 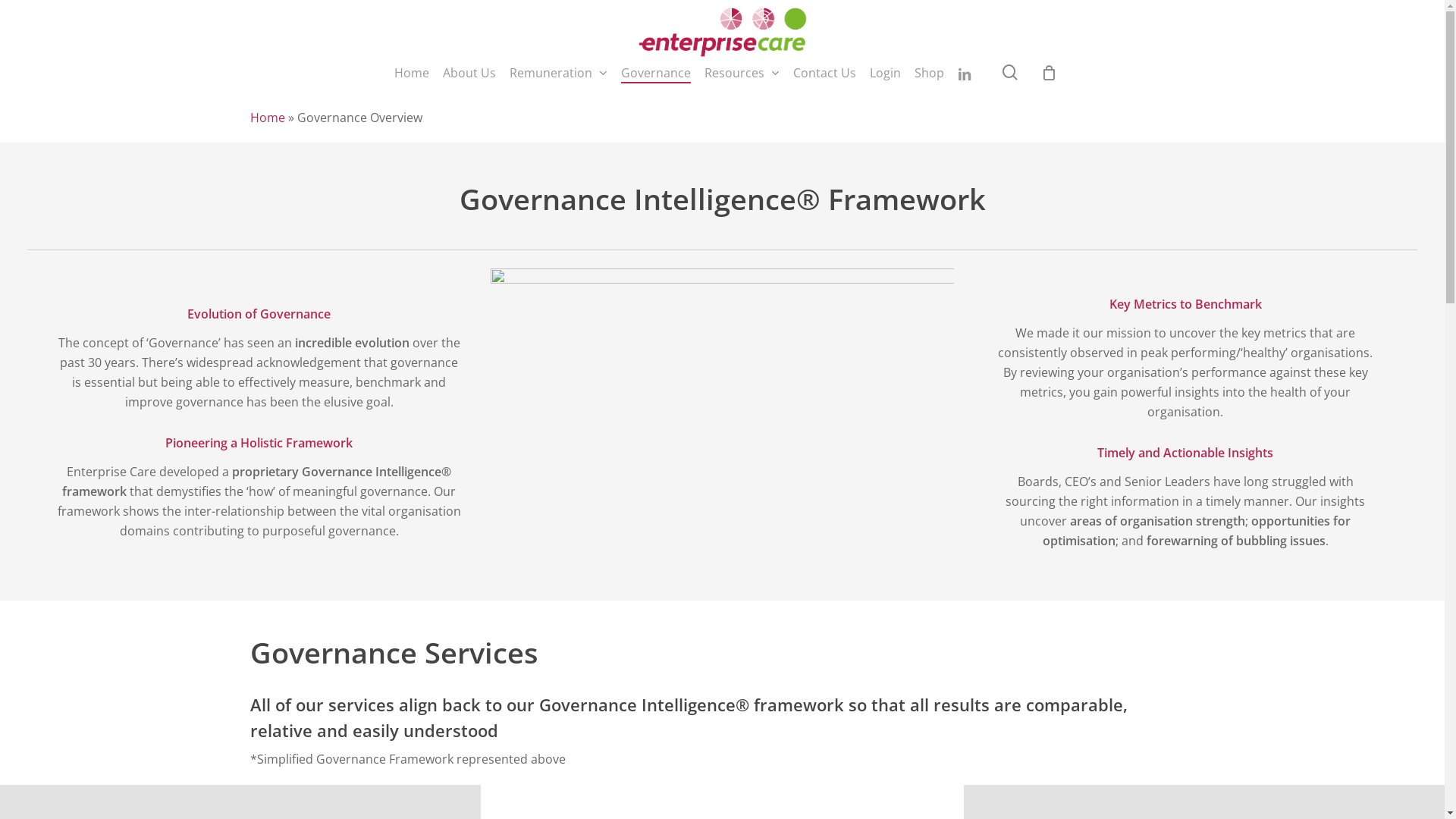 What do you see at coordinates (268, 116) in the screenshot?
I see `'Home'` at bounding box center [268, 116].